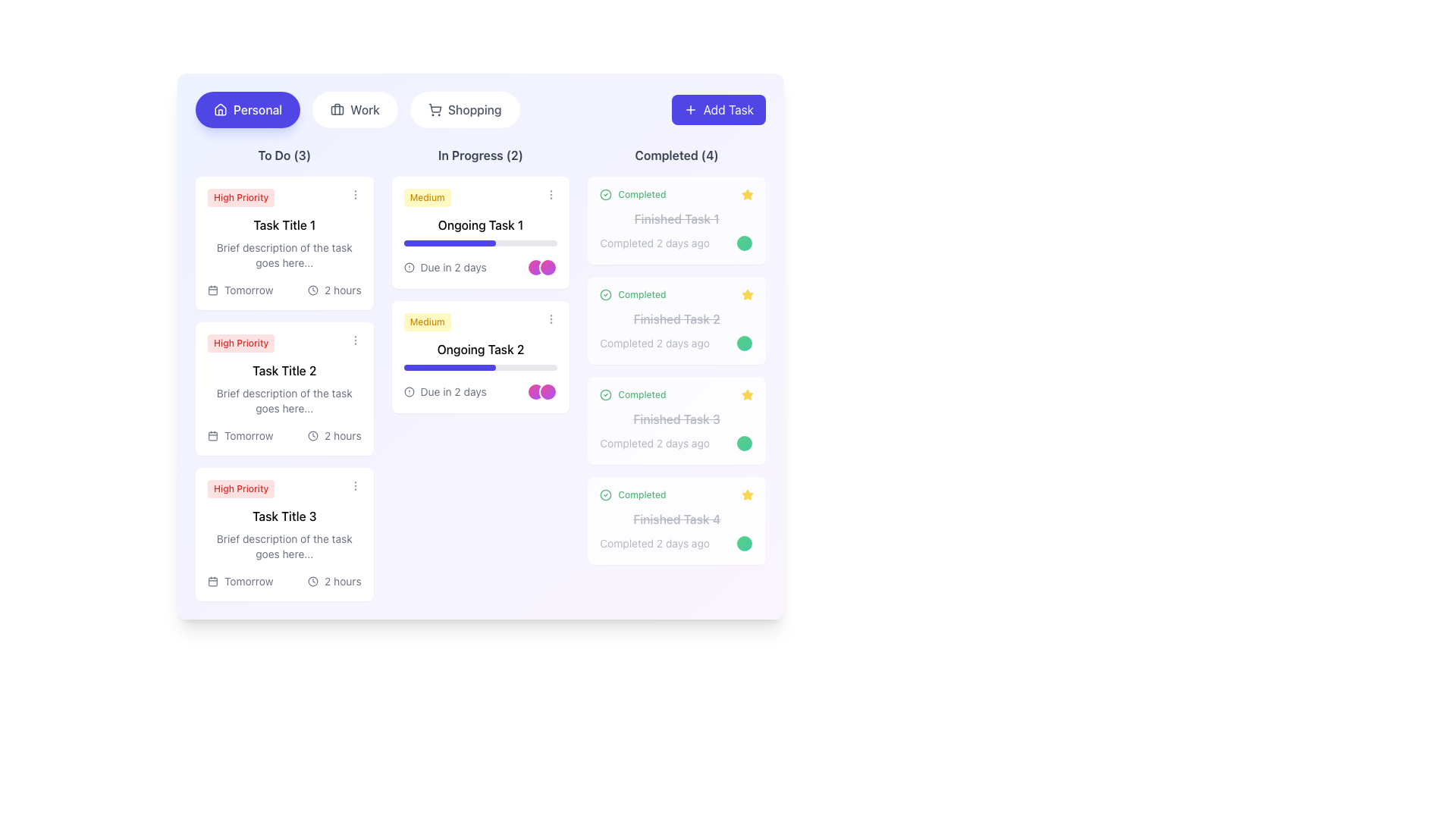 Image resolution: width=1456 pixels, height=819 pixels. What do you see at coordinates (745, 343) in the screenshot?
I see `the state indicator or status badge located at the far-right side of the 'Completed Task 2' section, aligned horizontally with the text 'Completed 2 days ago.'` at bounding box center [745, 343].